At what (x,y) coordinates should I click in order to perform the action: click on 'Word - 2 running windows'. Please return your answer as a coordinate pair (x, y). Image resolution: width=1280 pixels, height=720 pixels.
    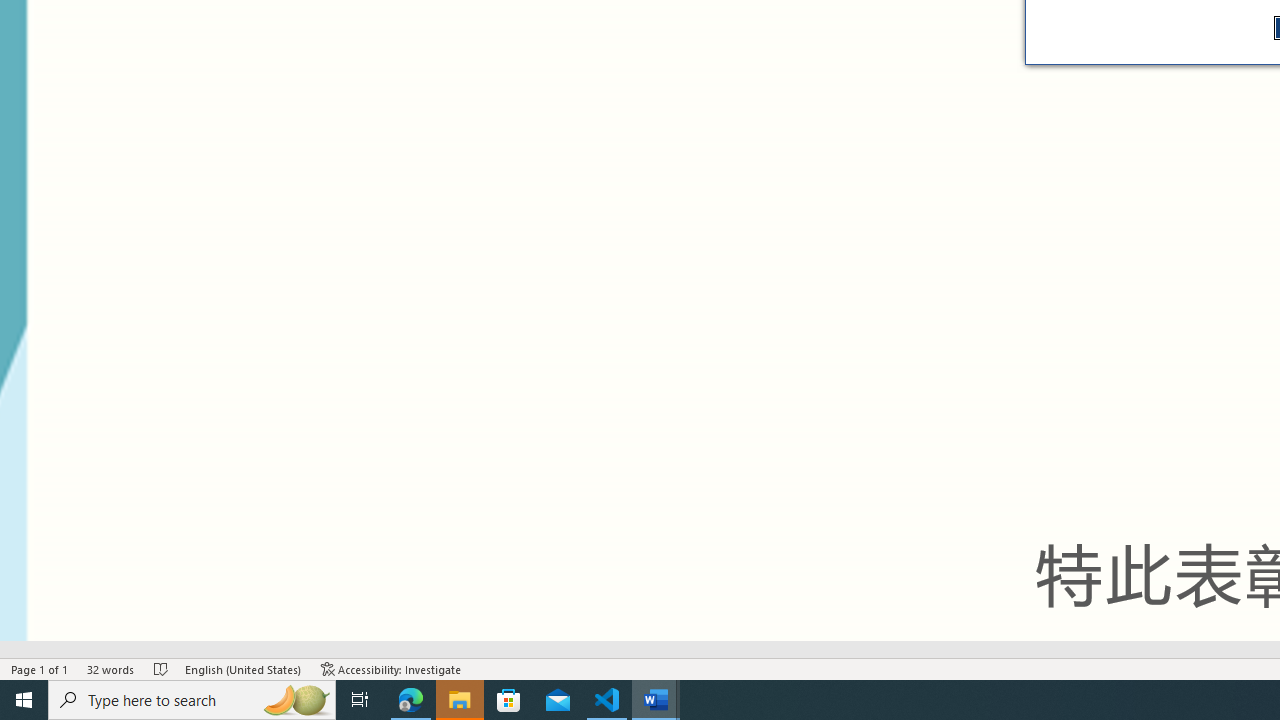
    Looking at the image, I should click on (656, 698).